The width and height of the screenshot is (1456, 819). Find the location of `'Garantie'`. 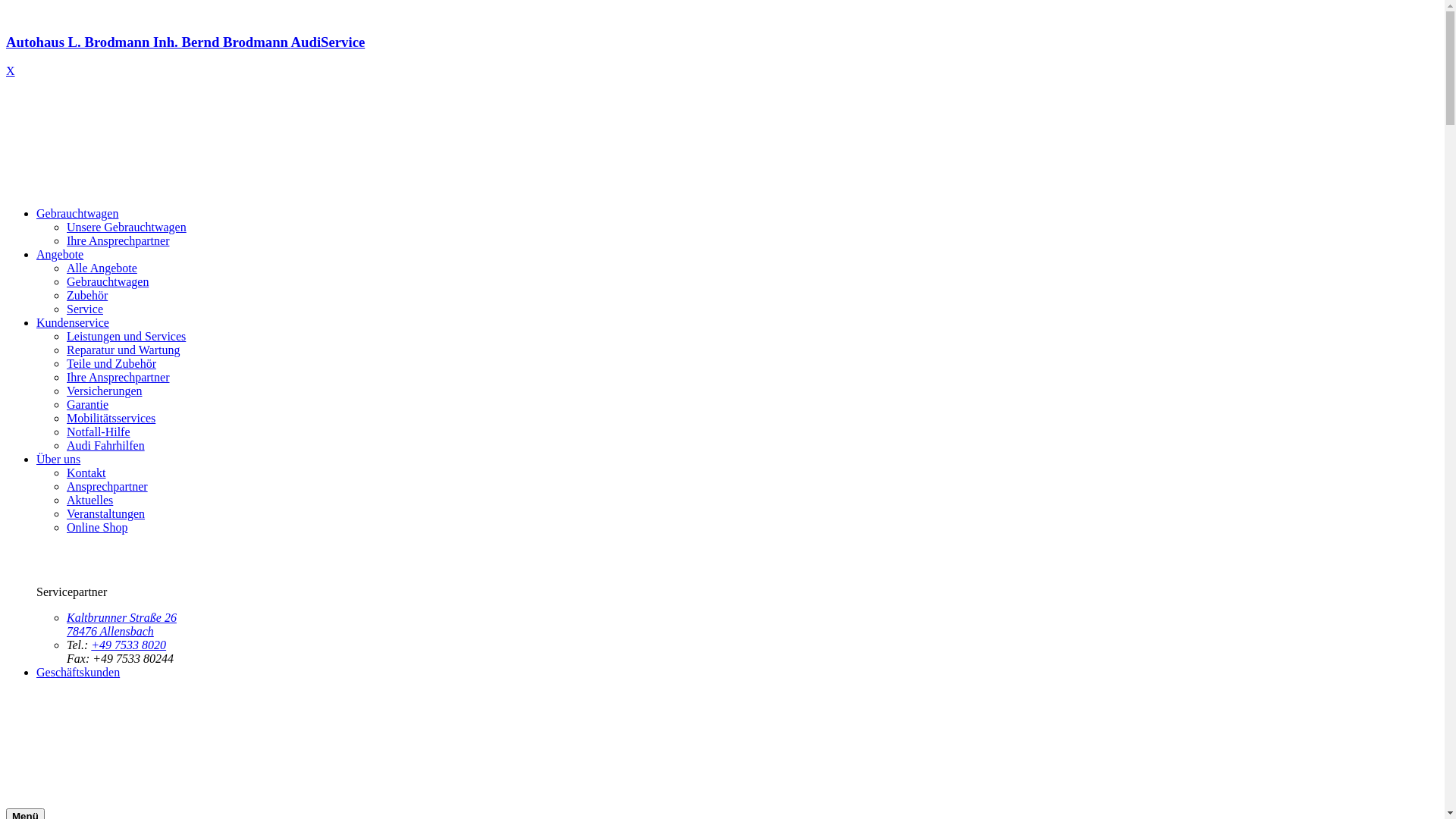

'Garantie' is located at coordinates (86, 403).